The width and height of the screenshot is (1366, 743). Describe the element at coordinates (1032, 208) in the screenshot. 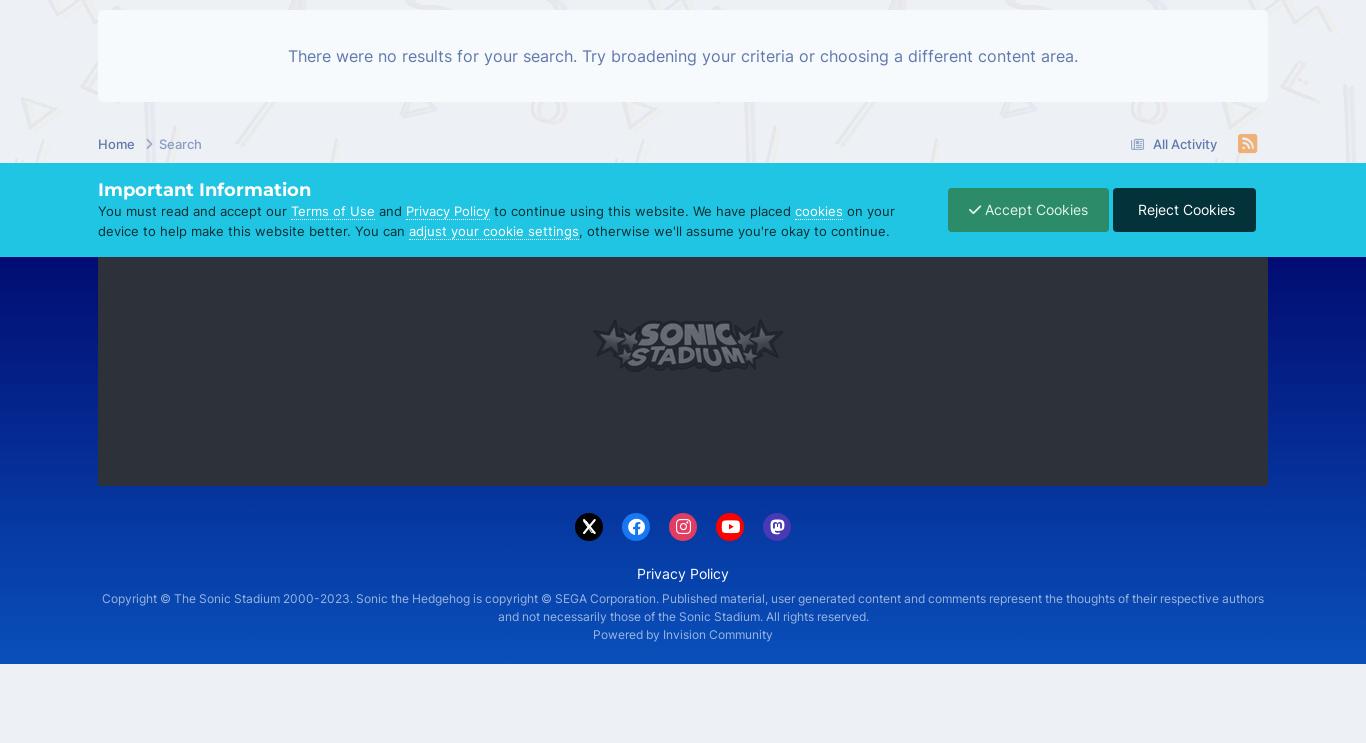

I see `'Accept Cookies'` at that location.